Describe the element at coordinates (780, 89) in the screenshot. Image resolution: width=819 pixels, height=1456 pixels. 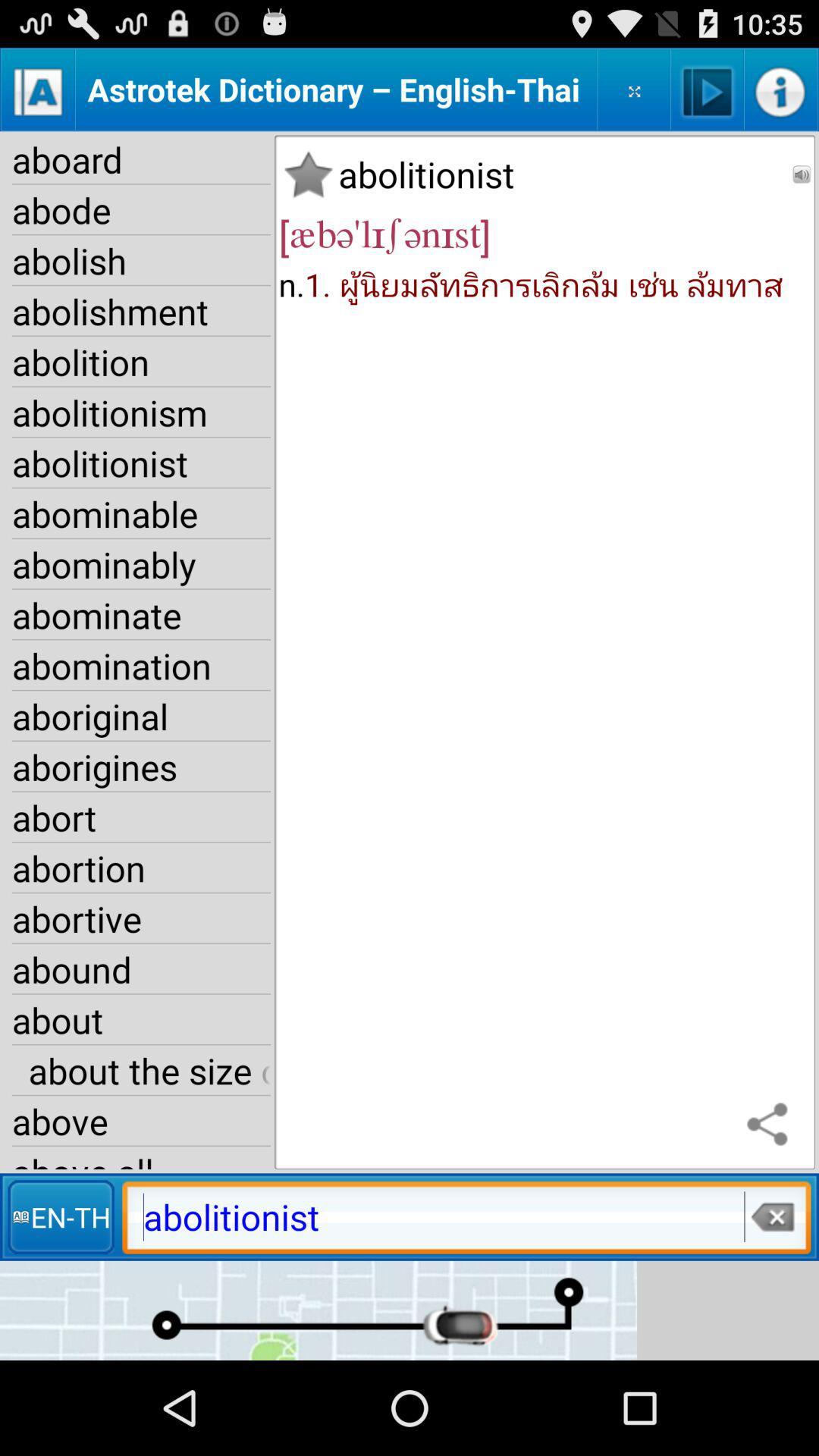
I see `information` at that location.